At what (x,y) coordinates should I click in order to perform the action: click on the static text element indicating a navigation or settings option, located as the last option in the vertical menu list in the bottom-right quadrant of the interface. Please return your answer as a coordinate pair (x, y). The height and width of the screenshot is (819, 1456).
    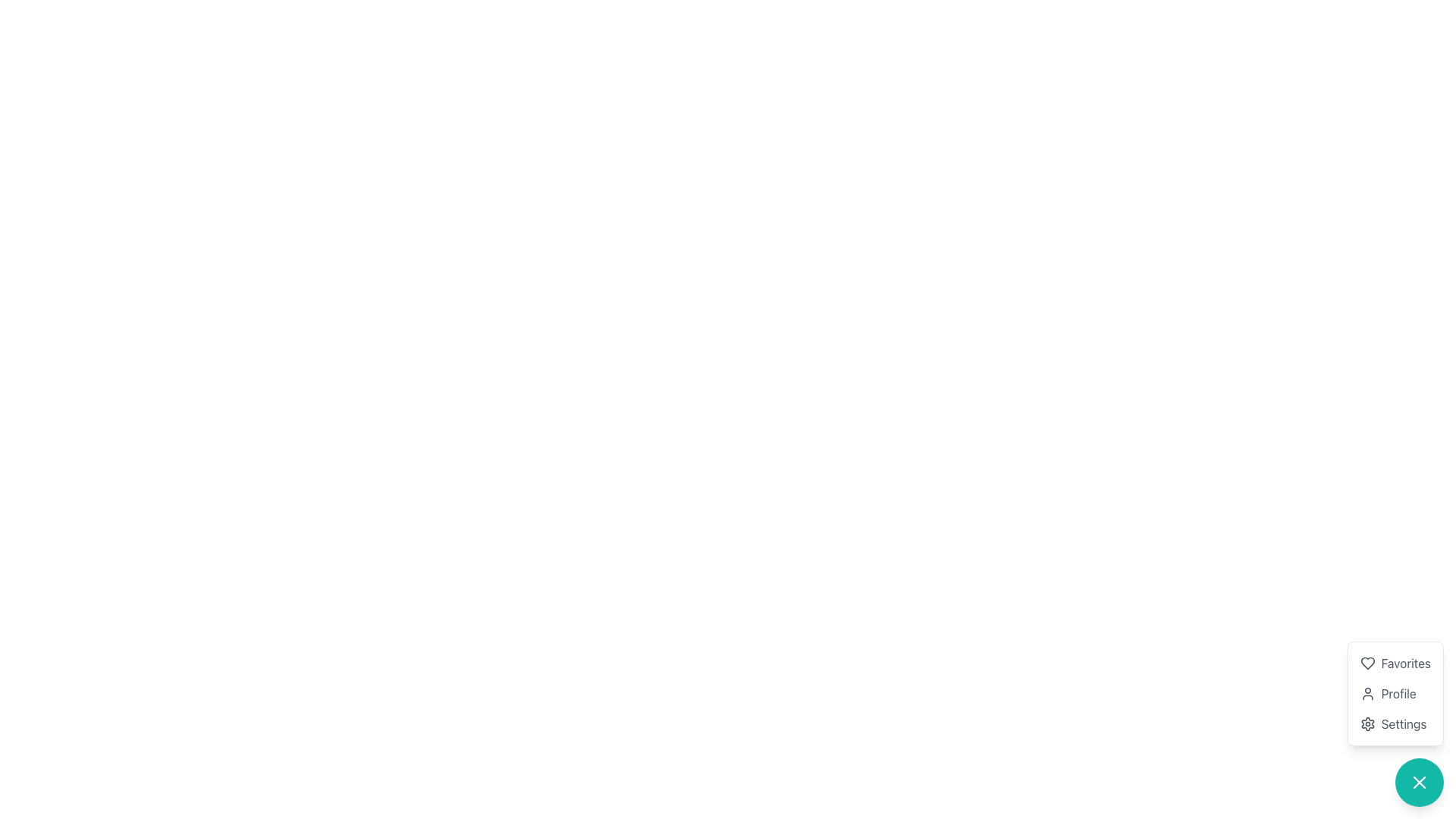
    Looking at the image, I should click on (1403, 723).